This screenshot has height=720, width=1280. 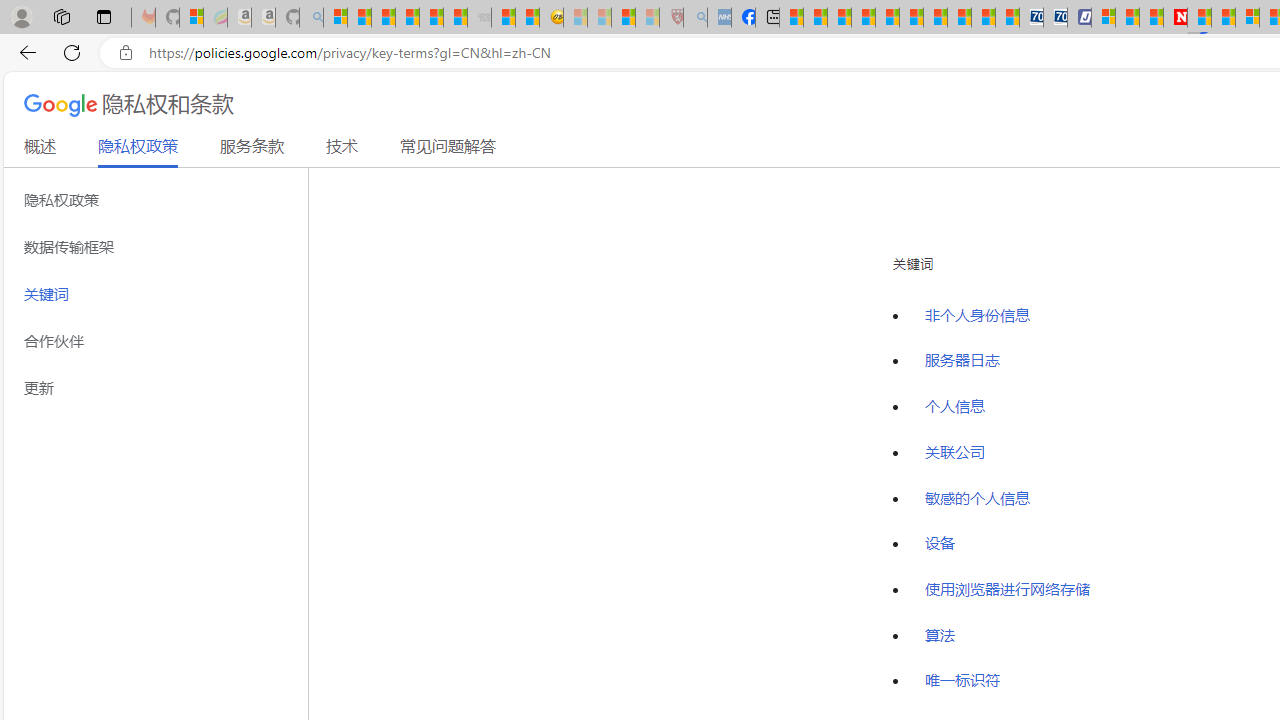 What do you see at coordinates (1222, 17) in the screenshot?
I see `'14 Common Myths Debunked By Scientific Facts'` at bounding box center [1222, 17].